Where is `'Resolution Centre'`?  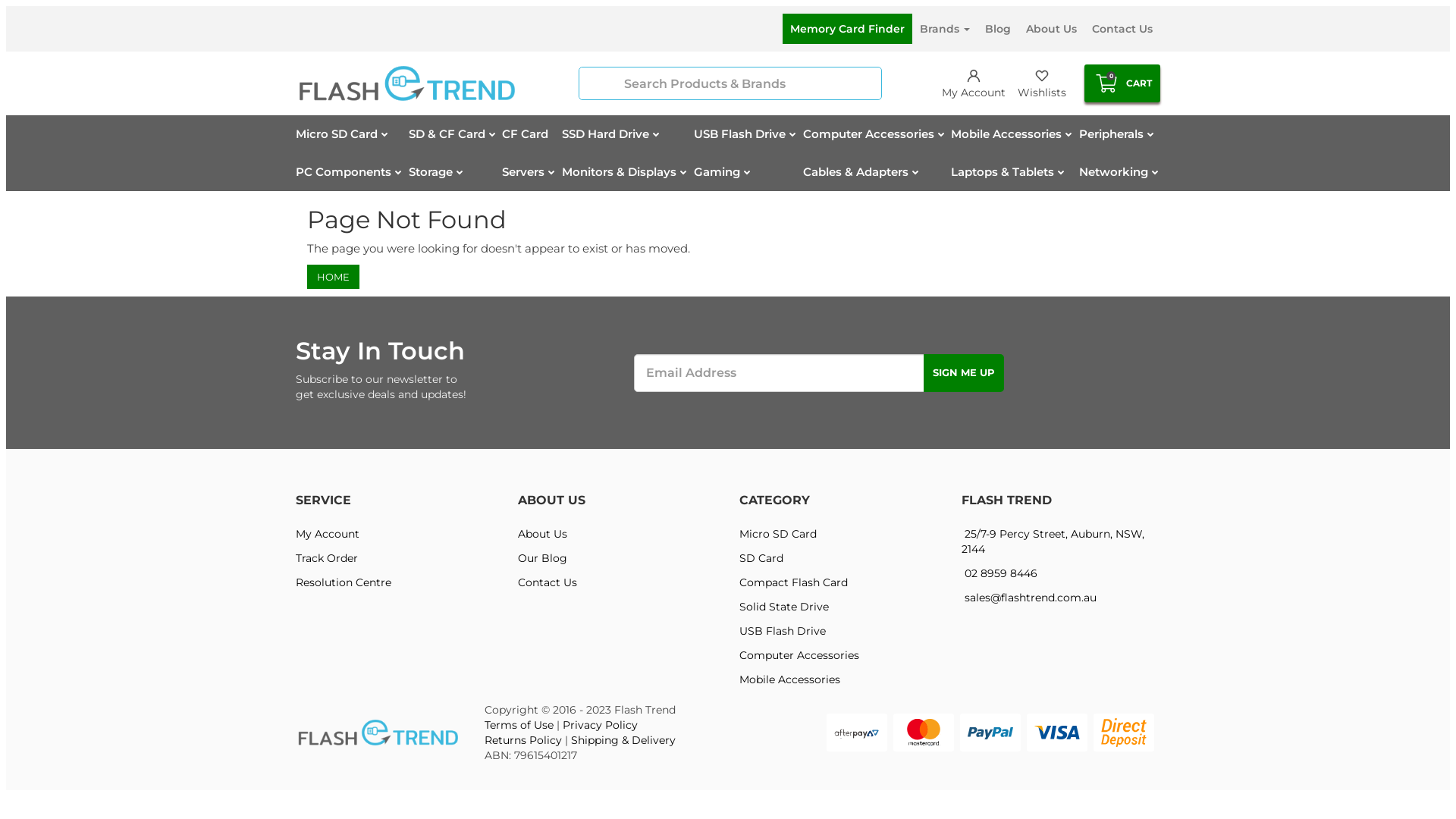 'Resolution Centre' is located at coordinates (395, 581).